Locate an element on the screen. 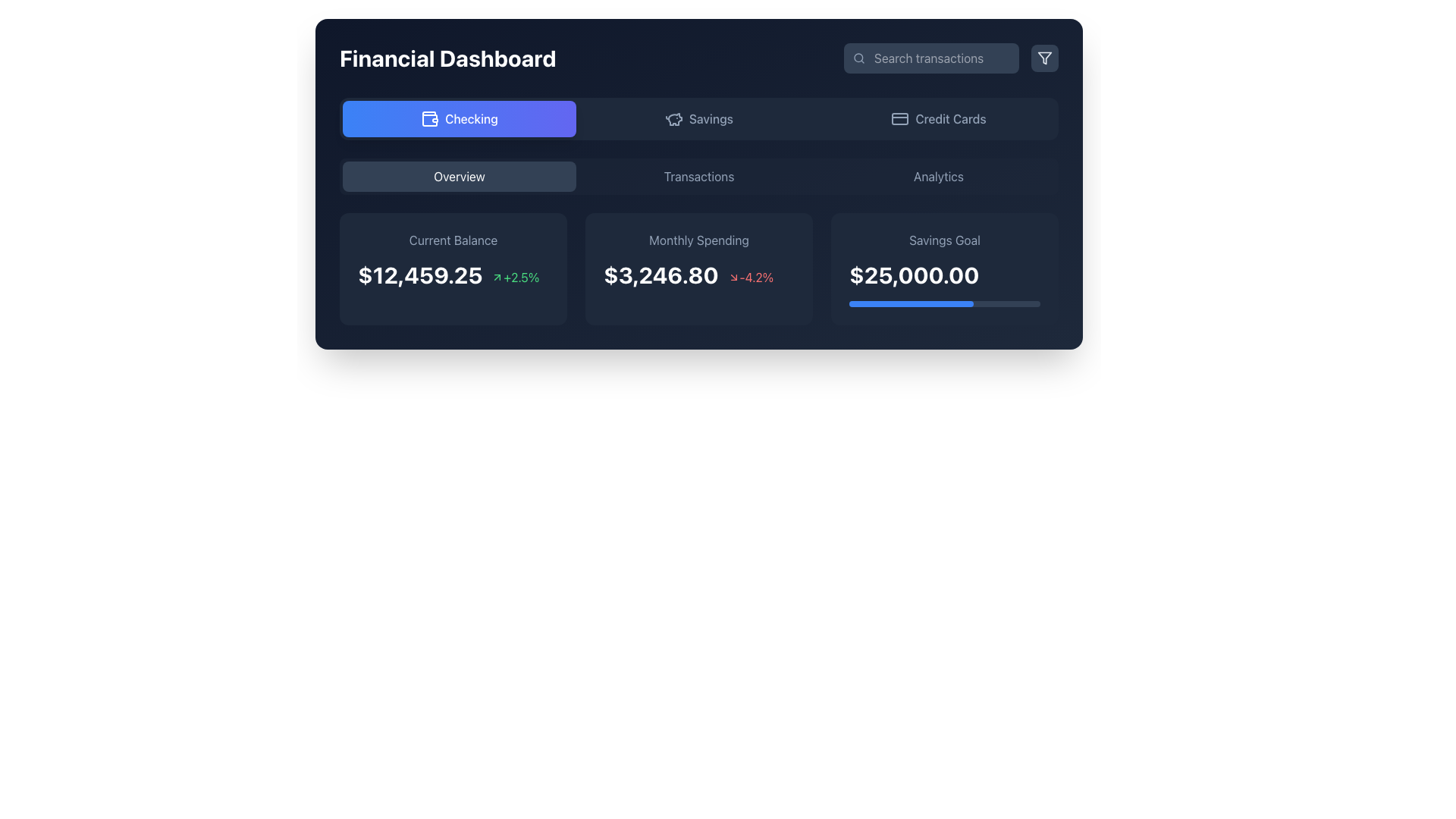 The image size is (1456, 819). the 'Savings' button, which is a rectangular button with a dark background and a piggy-bank icon, located in the upper-middle section of the interface is located at coordinates (698, 118).